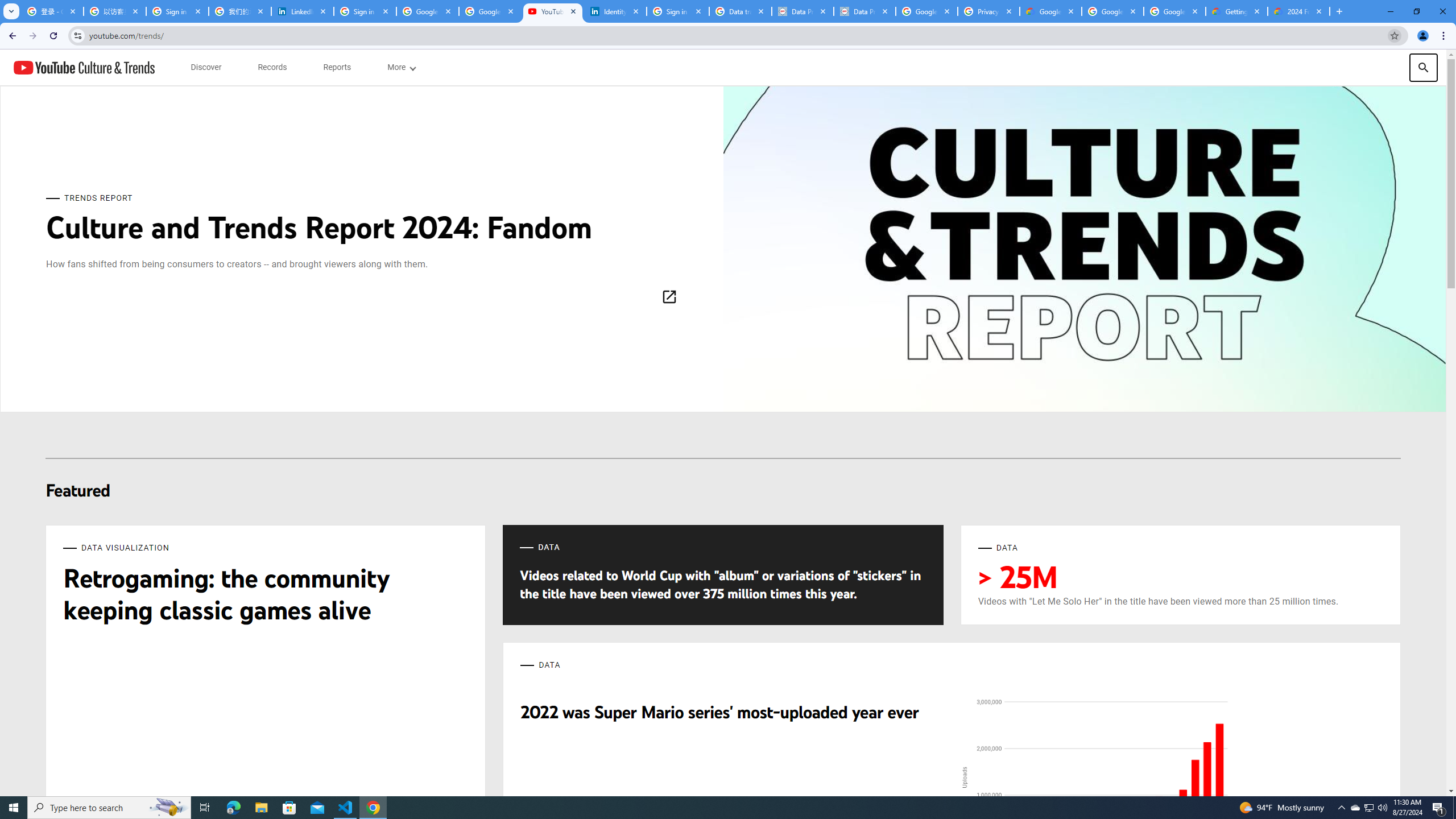 This screenshot has height=819, width=1456. What do you see at coordinates (271, 67) in the screenshot?
I see `'subnav-Records menupopup'` at bounding box center [271, 67].